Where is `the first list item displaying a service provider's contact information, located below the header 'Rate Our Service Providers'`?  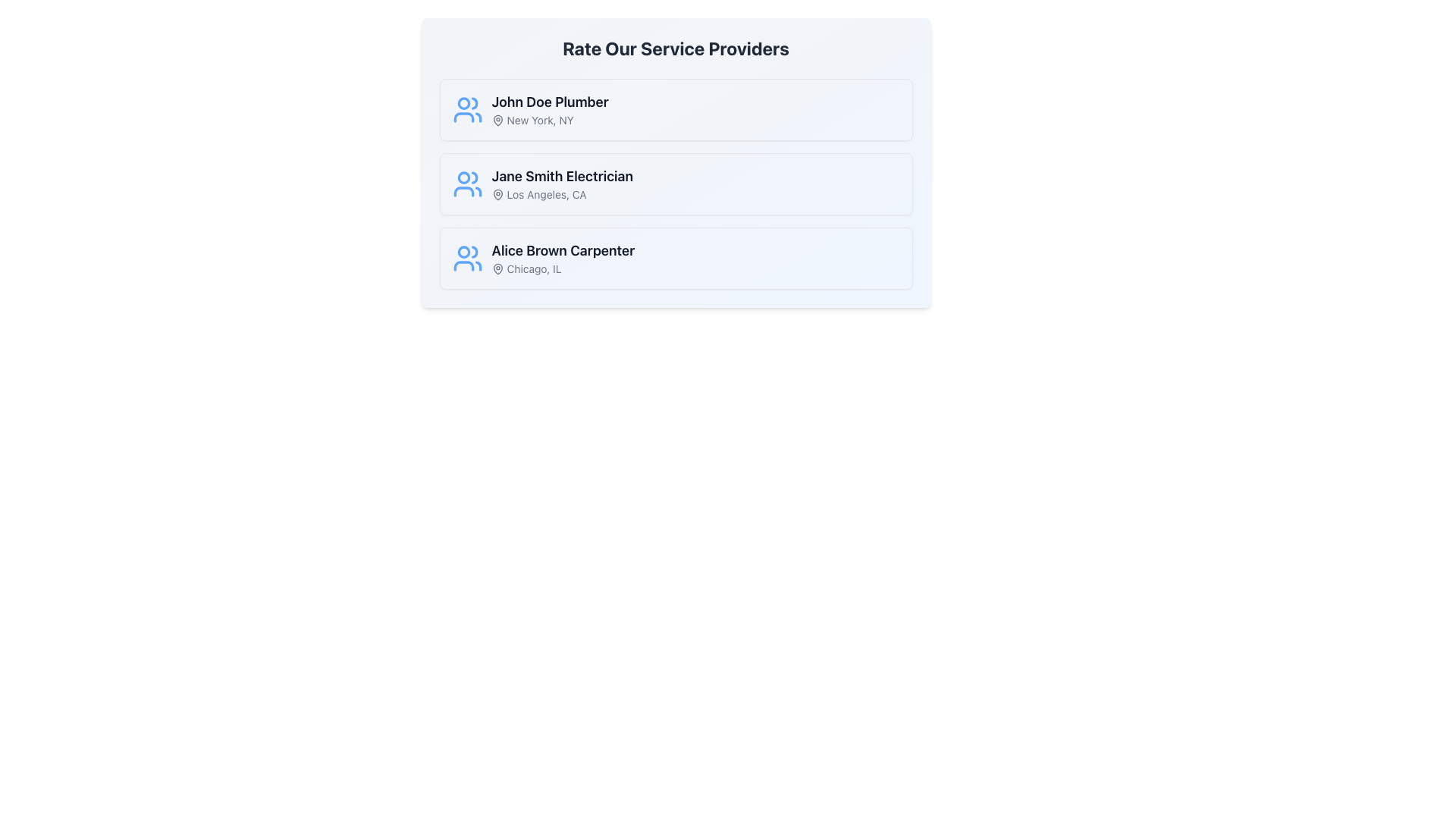
the first list item displaying a service provider's contact information, located below the header 'Rate Our Service Providers' is located at coordinates (675, 109).